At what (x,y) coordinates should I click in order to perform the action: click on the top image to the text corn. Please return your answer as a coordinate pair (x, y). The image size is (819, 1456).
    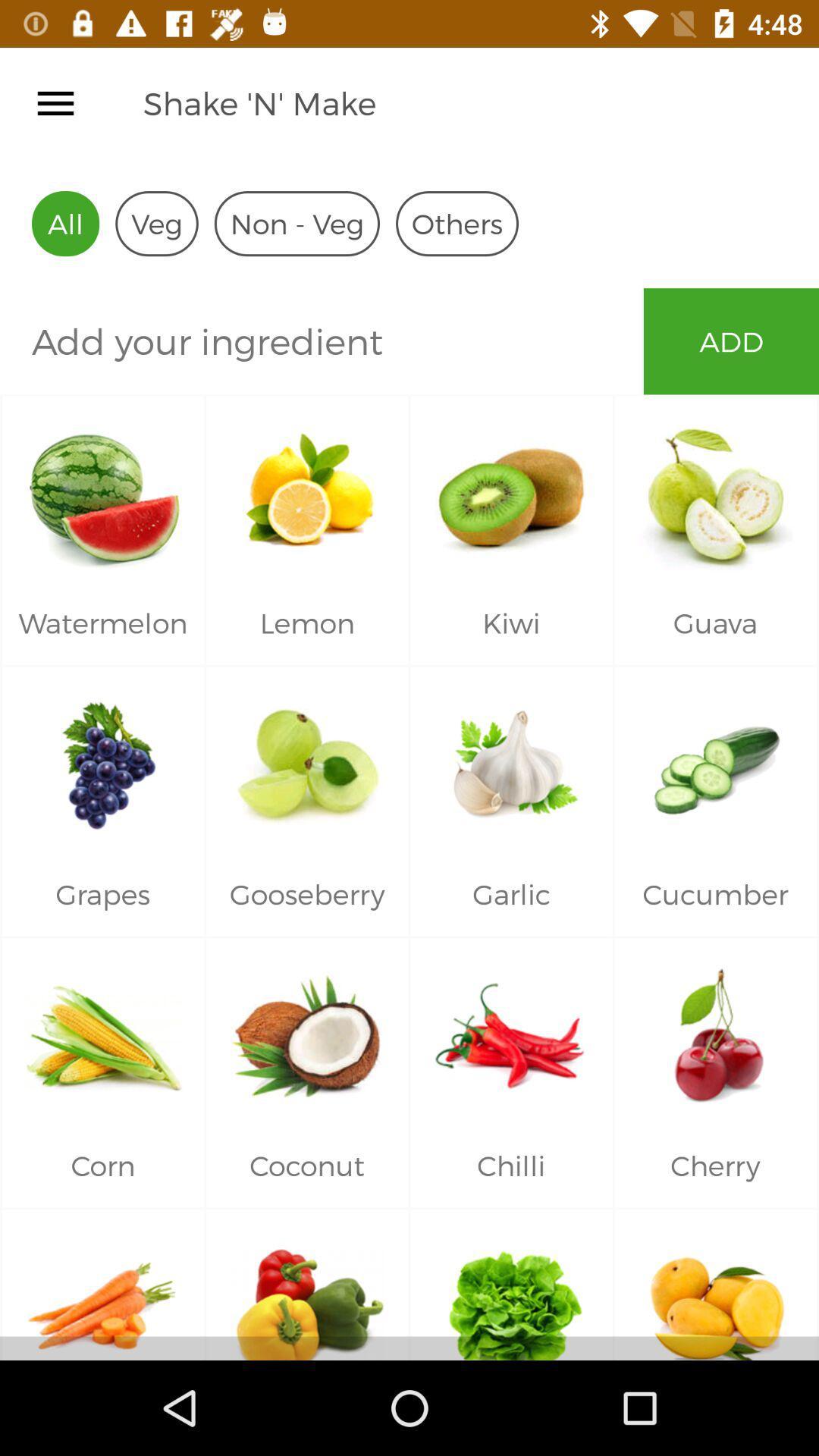
    Looking at the image, I should click on (102, 1031).